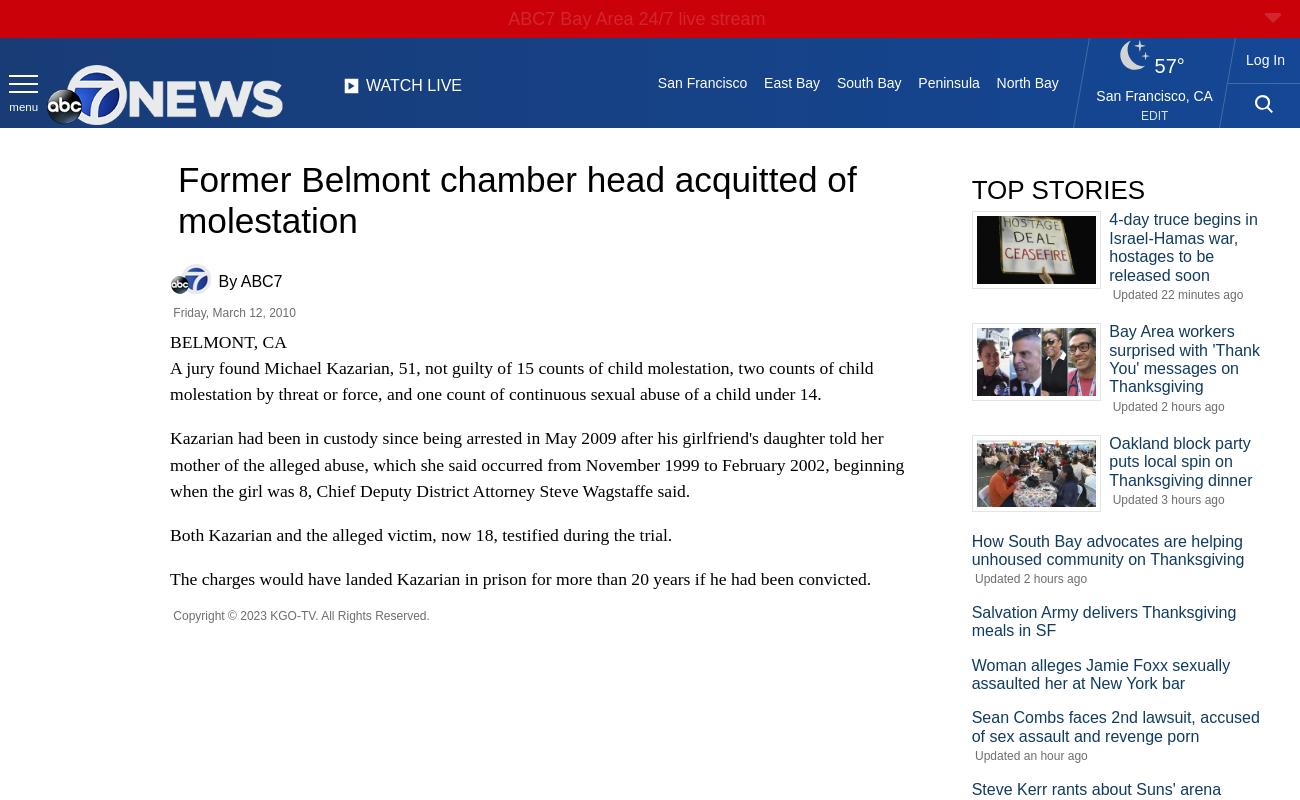  What do you see at coordinates (641, 59) in the screenshot?
I see `'Watch Now'` at bounding box center [641, 59].